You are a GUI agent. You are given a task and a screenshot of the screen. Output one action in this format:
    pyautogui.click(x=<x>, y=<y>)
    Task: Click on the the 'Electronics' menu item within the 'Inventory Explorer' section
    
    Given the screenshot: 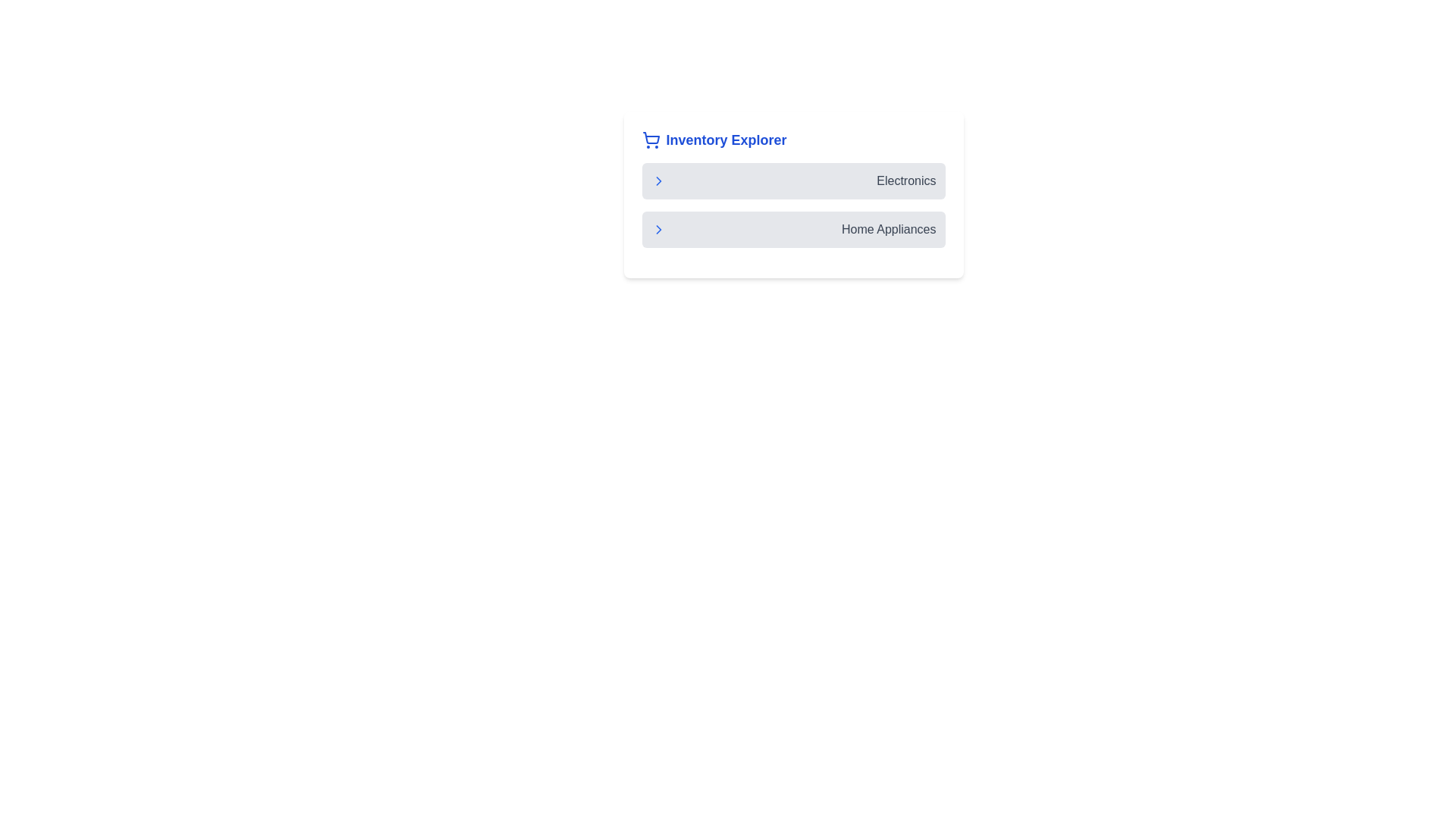 What is the action you would take?
    pyautogui.click(x=792, y=194)
    